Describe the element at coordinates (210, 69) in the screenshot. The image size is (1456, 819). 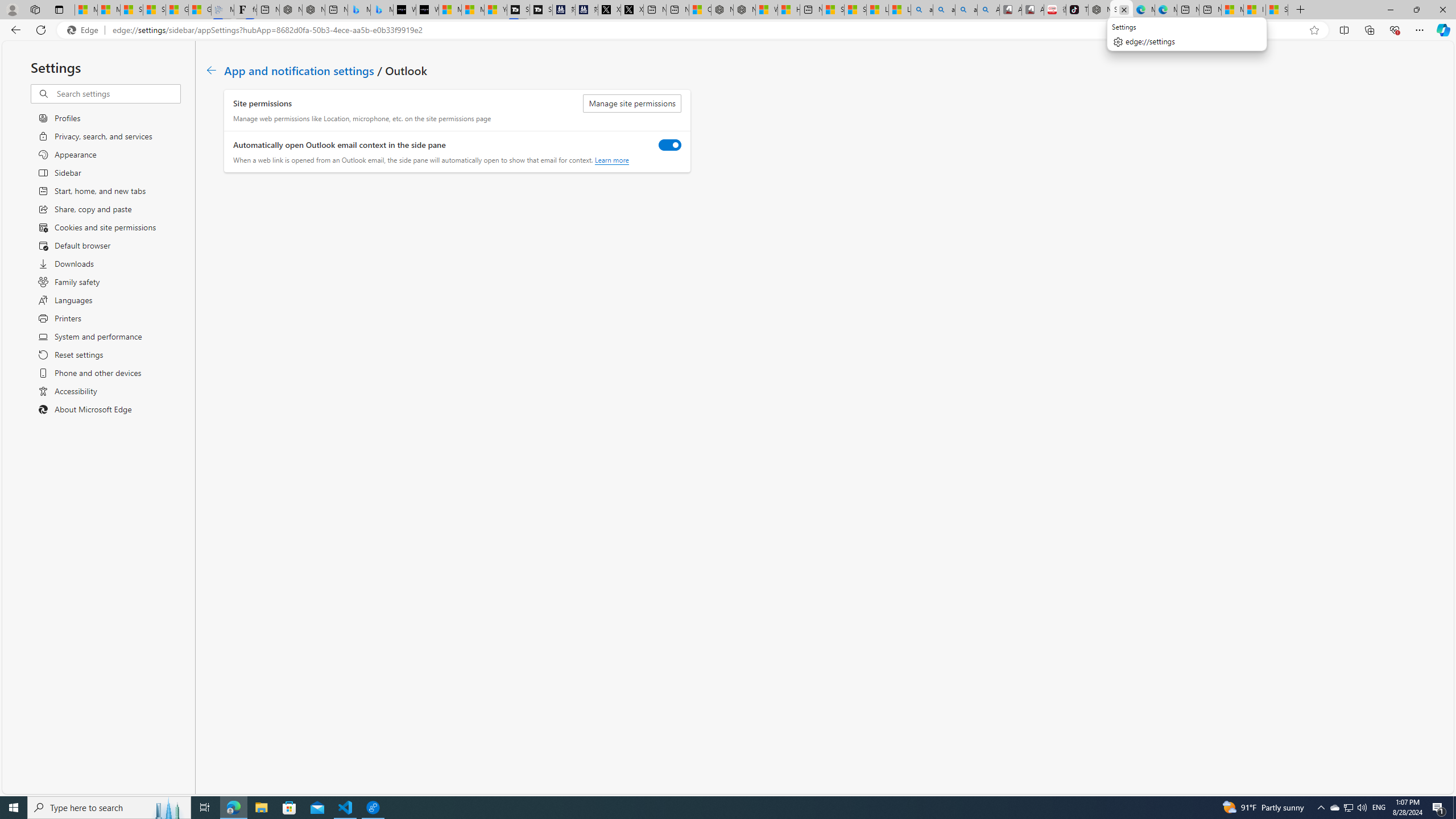
I see `'Class: c01188'` at that location.